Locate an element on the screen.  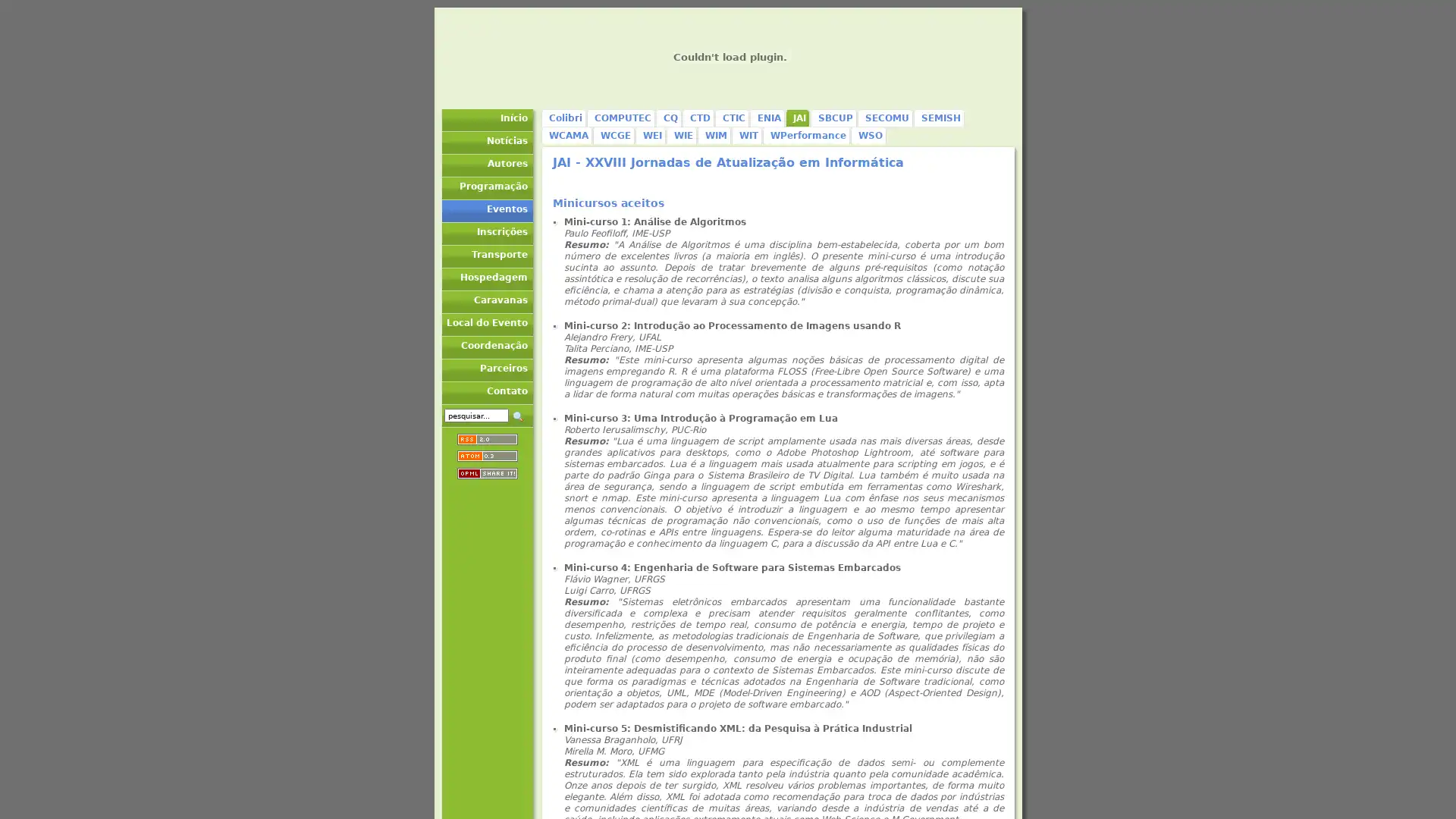
_ is located at coordinates (517, 417).